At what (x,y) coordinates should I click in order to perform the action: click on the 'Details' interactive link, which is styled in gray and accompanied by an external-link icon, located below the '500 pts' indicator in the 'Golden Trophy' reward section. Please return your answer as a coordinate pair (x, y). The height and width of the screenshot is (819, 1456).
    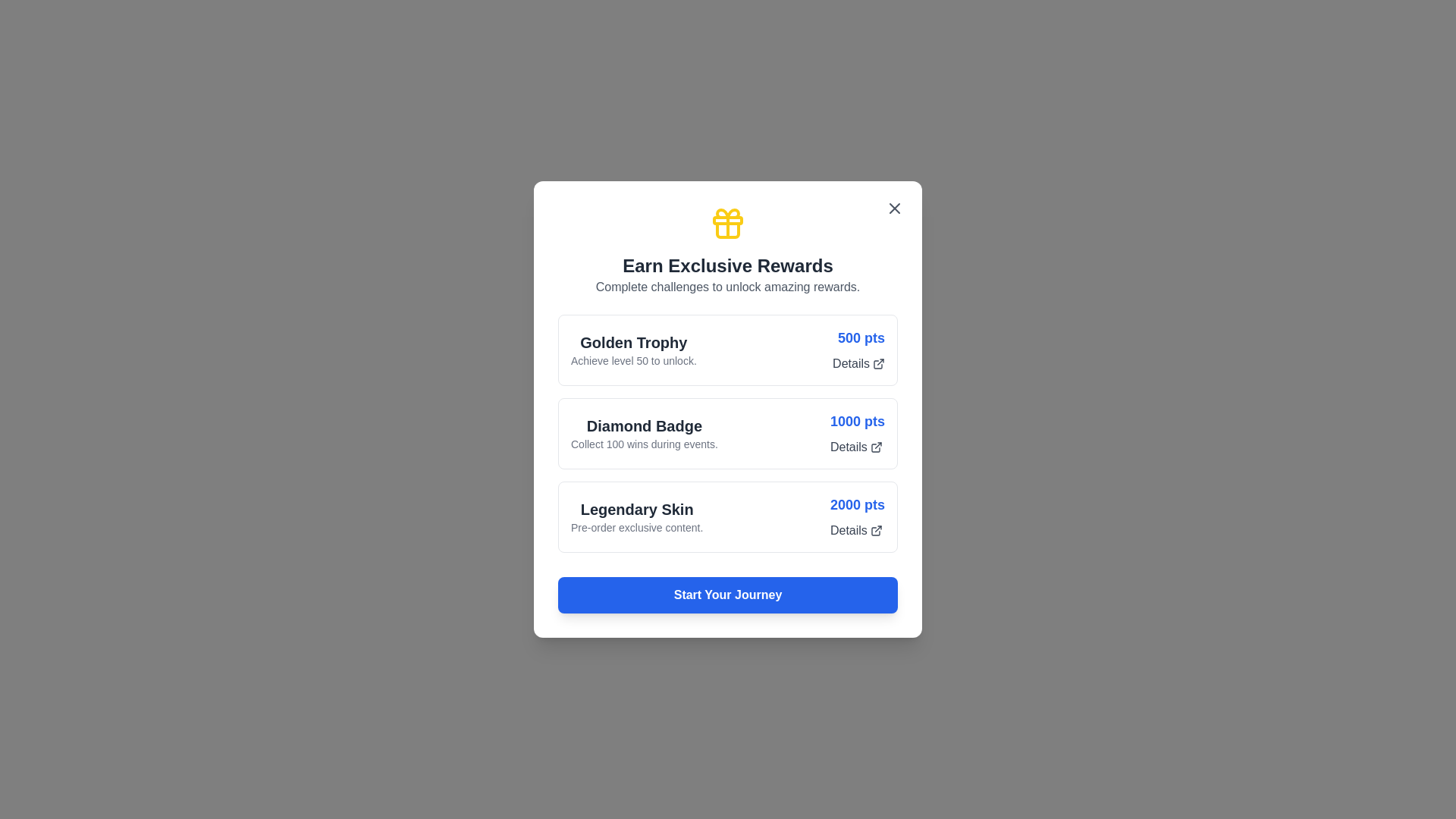
    Looking at the image, I should click on (858, 363).